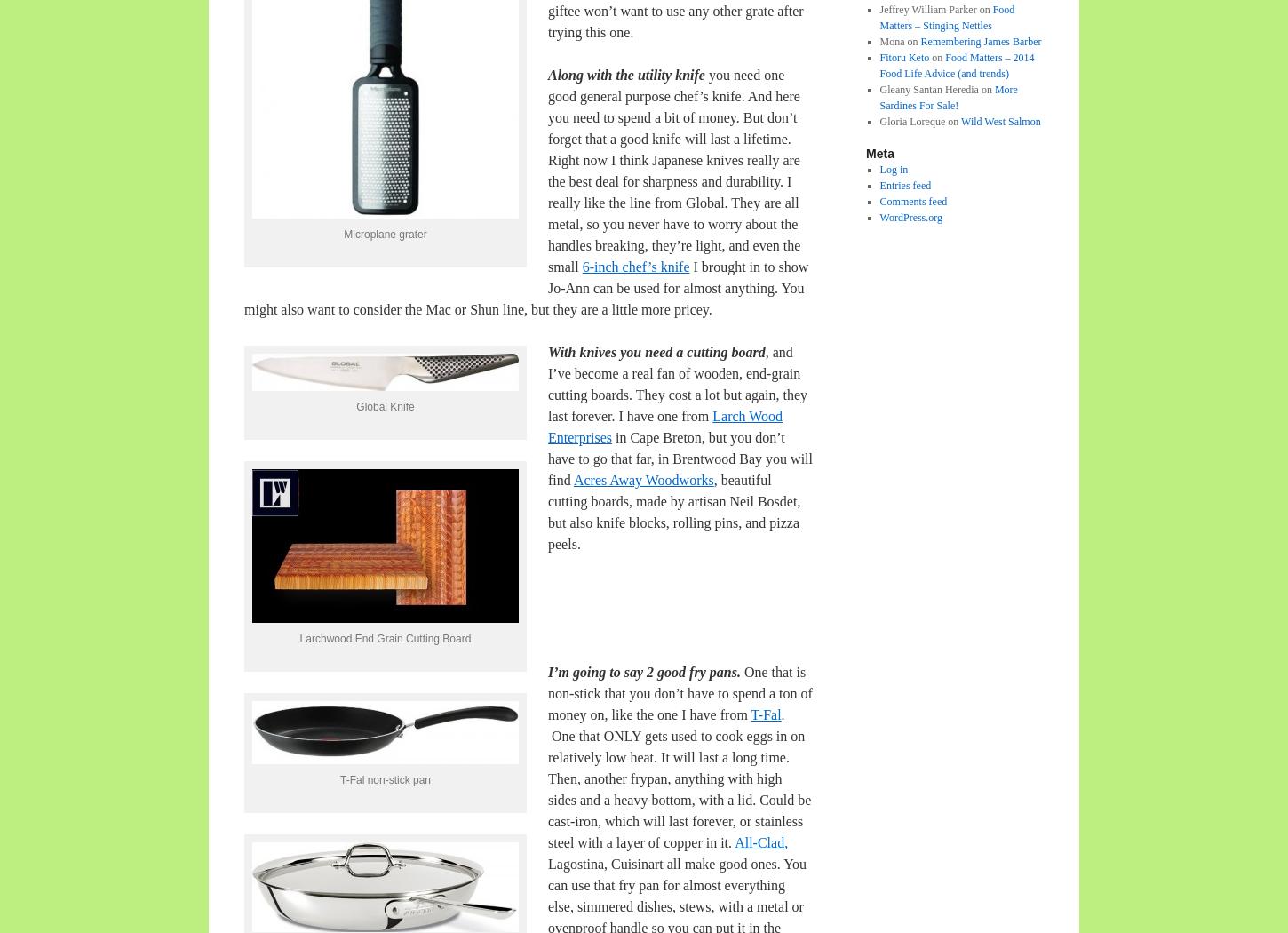 The width and height of the screenshot is (1288, 933). I want to click on 'Gleany Santan Heredia', so click(928, 88).